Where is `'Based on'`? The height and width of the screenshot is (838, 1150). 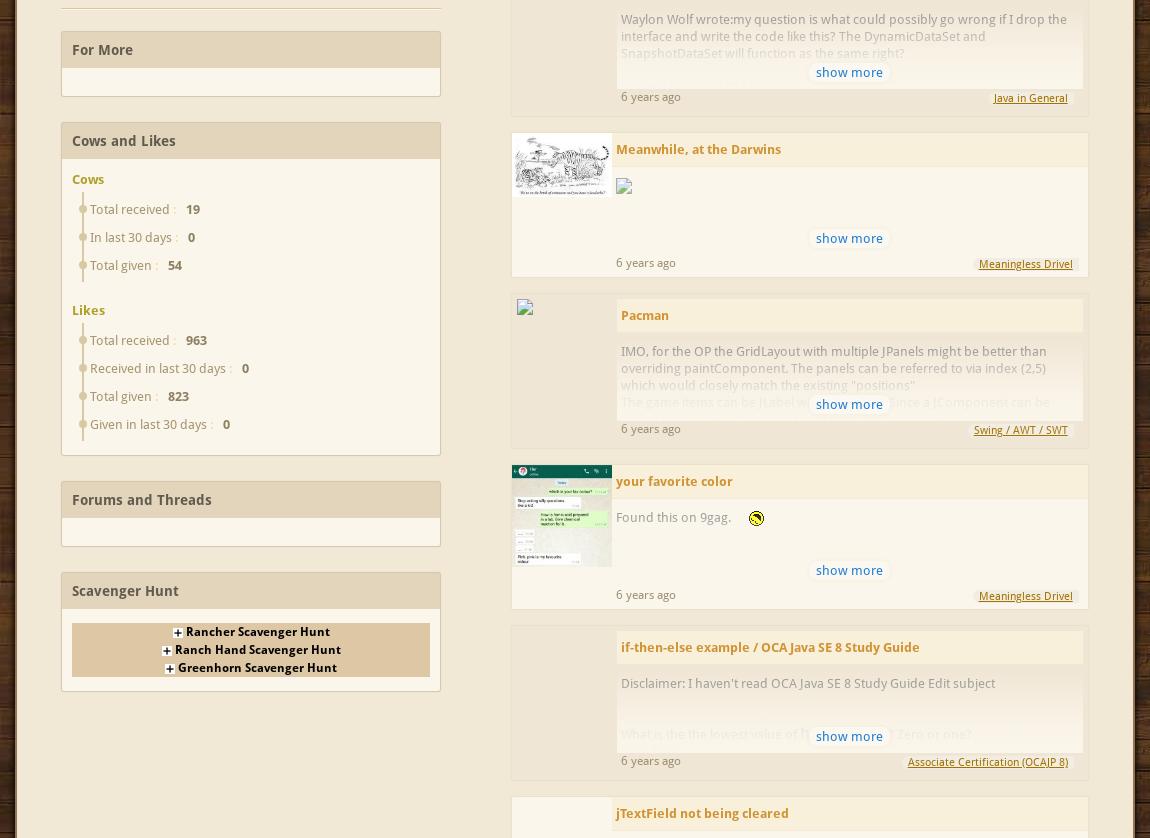
'Based on' is located at coordinates (647, 750).